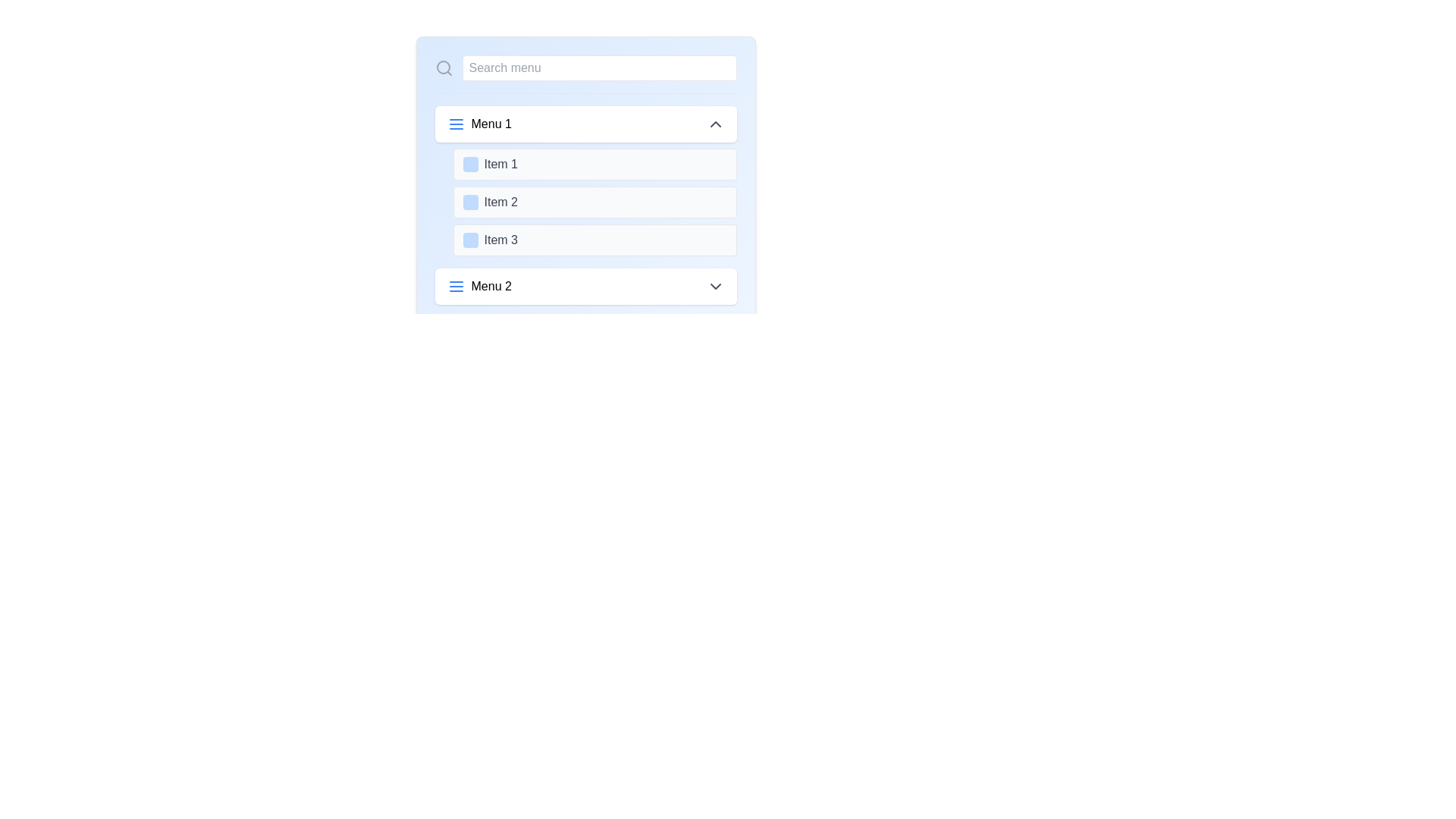 Image resolution: width=1456 pixels, height=819 pixels. I want to click on the Dropdown indicator icon located at the far right of the 'Menu 2' item, which indicates the presence of a dropdown or submenu, so click(714, 287).